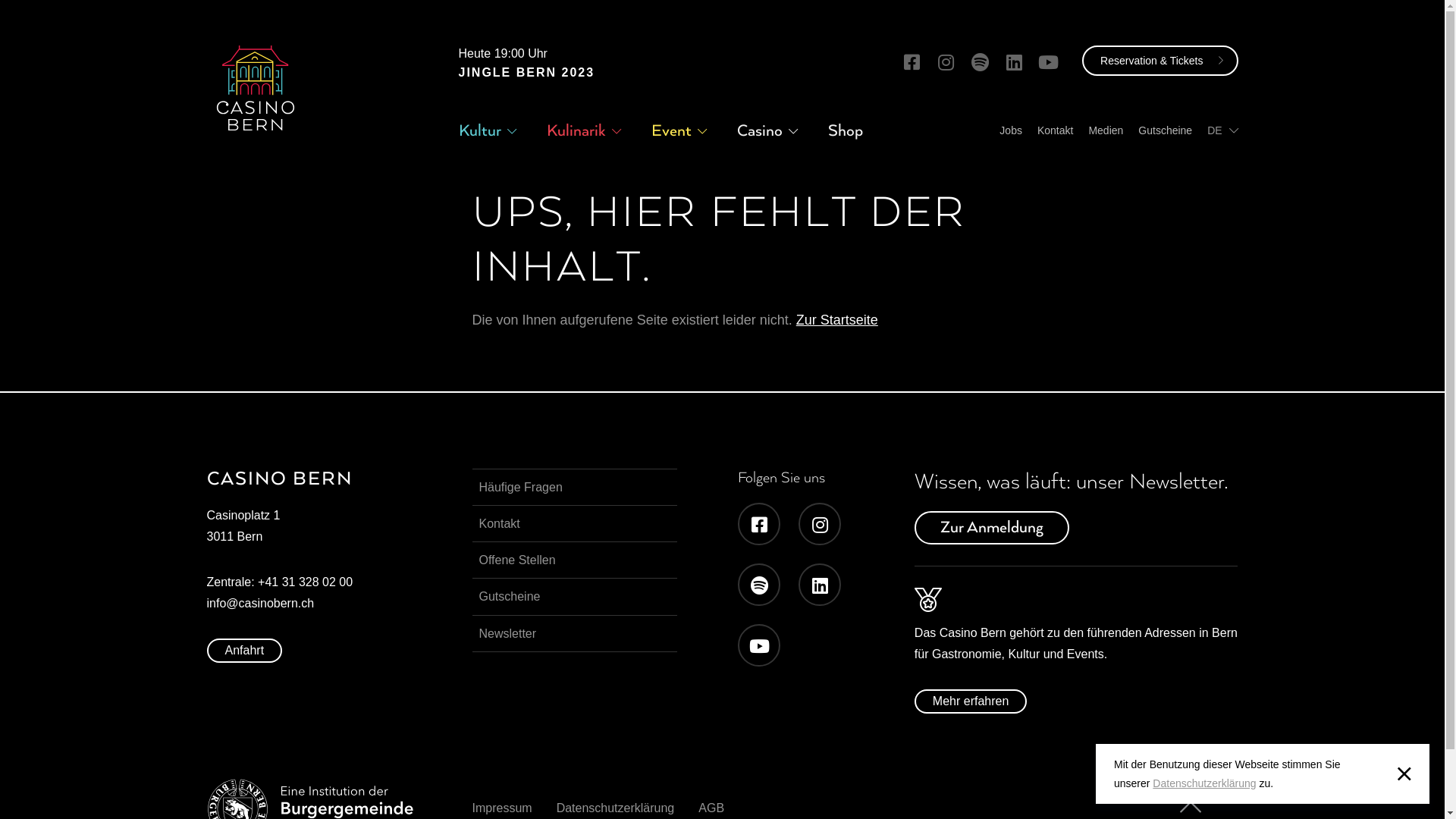 The height and width of the screenshot is (819, 1456). I want to click on 'Gutscheine', so click(573, 595).